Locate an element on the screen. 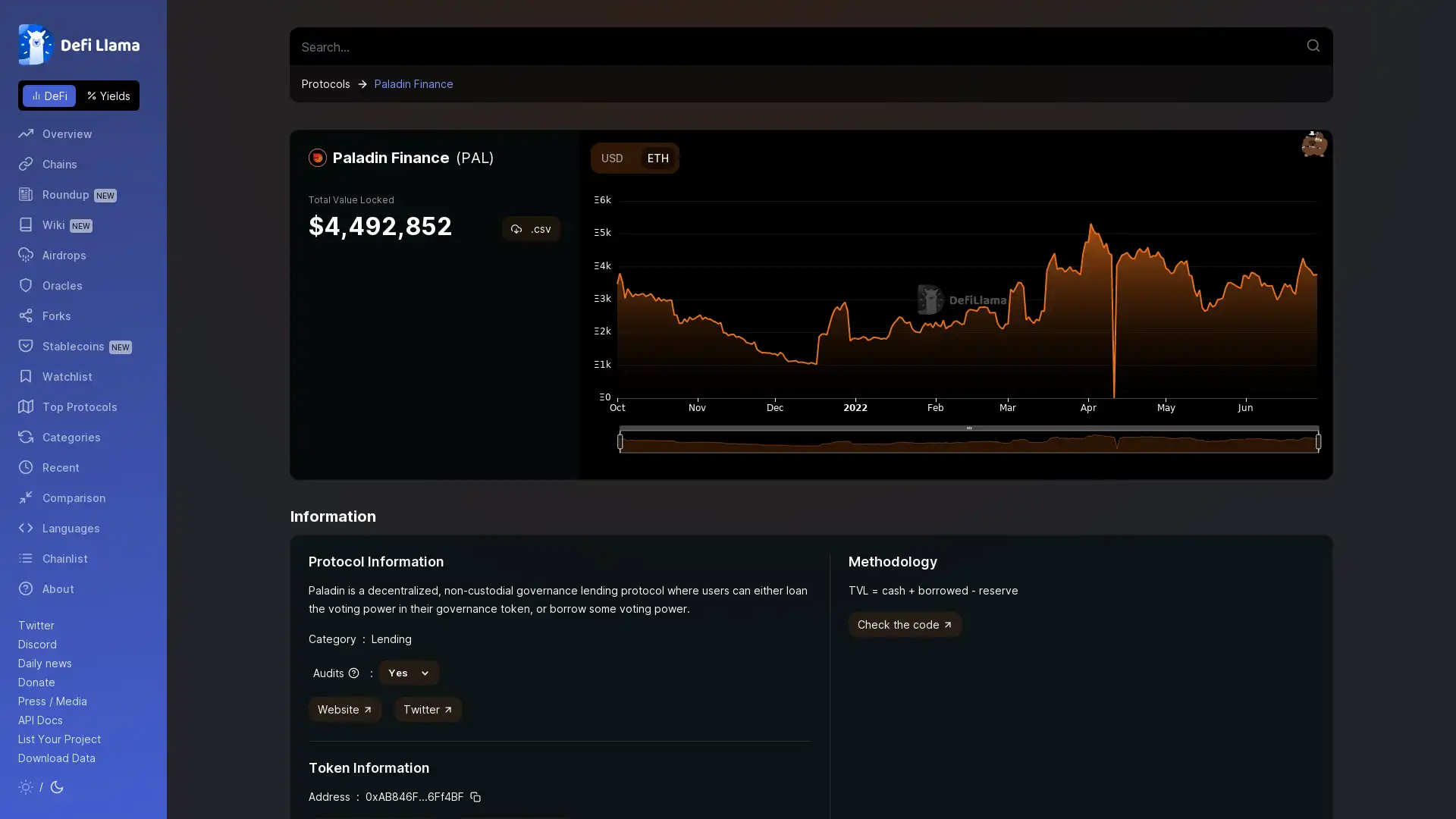 The image size is (1456, 819). Enable Goblin Mode bobo cheers is located at coordinates (1313, 145).